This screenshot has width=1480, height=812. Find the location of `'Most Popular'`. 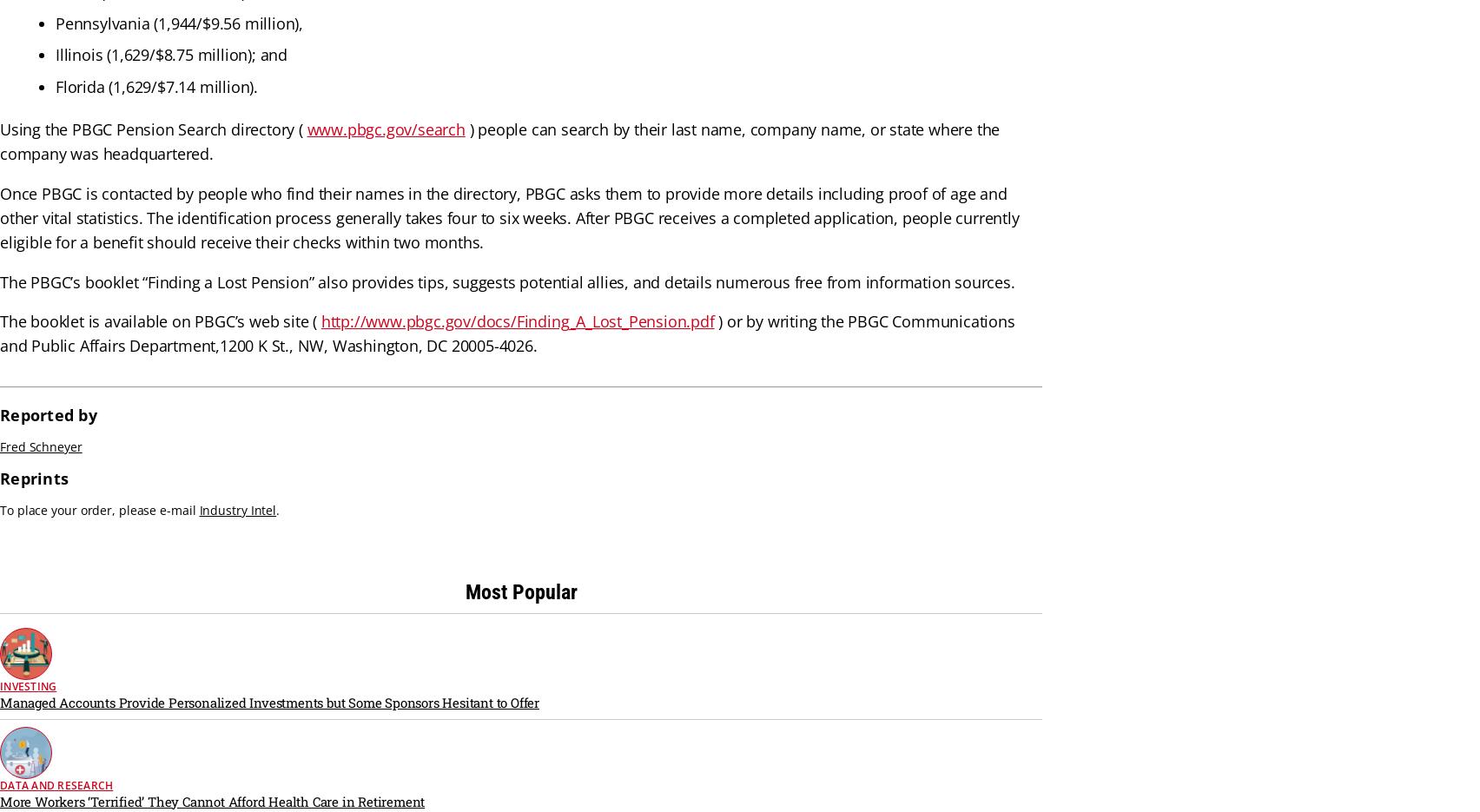

'Most Popular' is located at coordinates (465, 591).